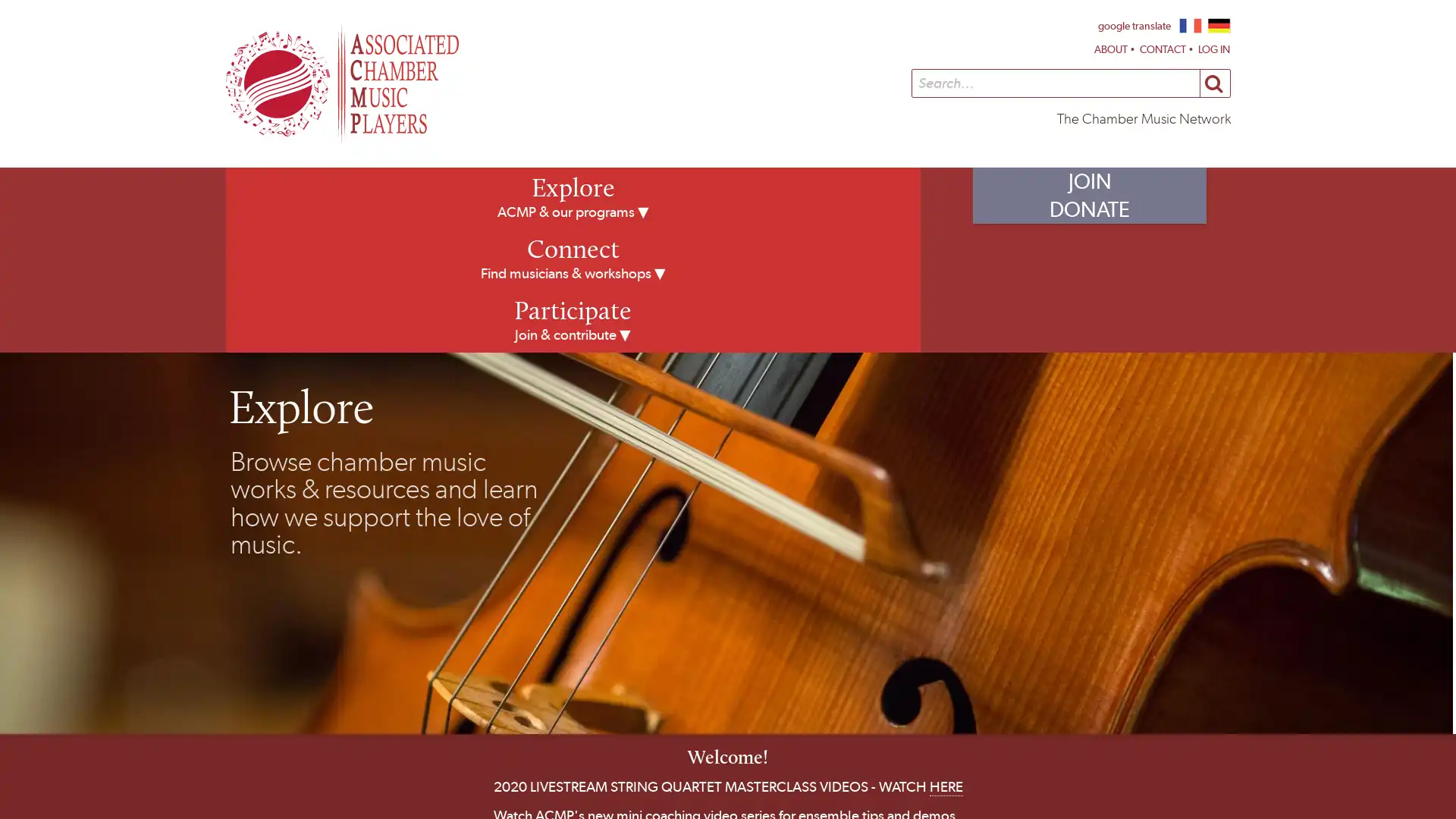  What do you see at coordinates (1214, 83) in the screenshot?
I see `Search` at bounding box center [1214, 83].